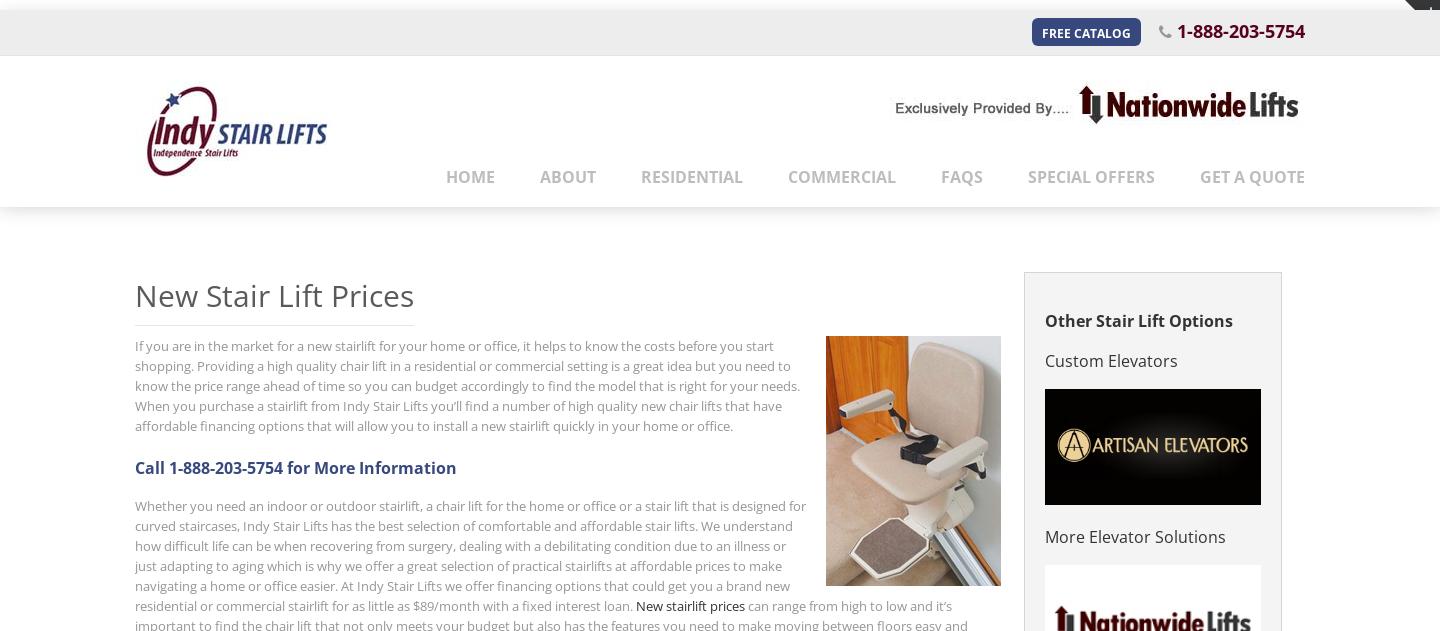 The height and width of the screenshot is (631, 1440). What do you see at coordinates (1090, 175) in the screenshot?
I see `'Special offers'` at bounding box center [1090, 175].